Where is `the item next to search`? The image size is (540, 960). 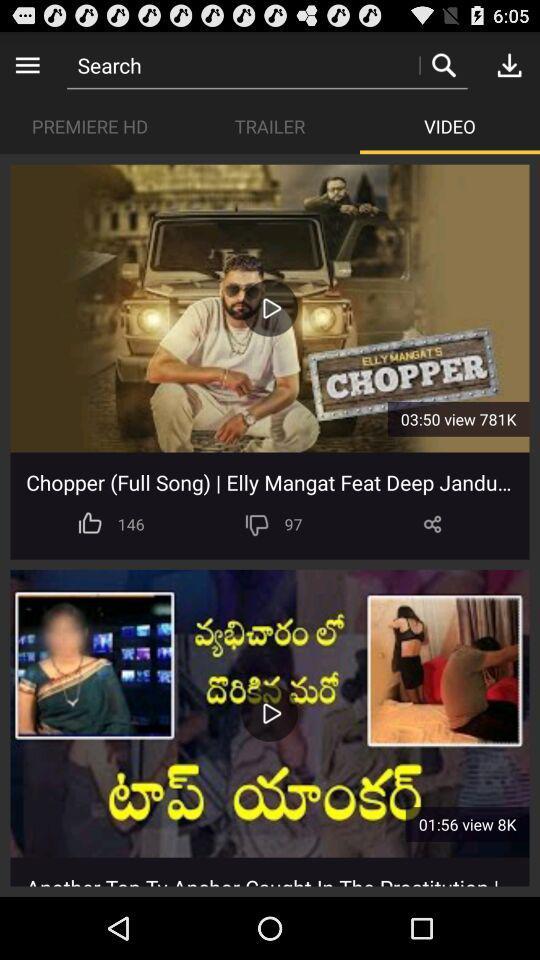
the item next to search is located at coordinates (26, 64).